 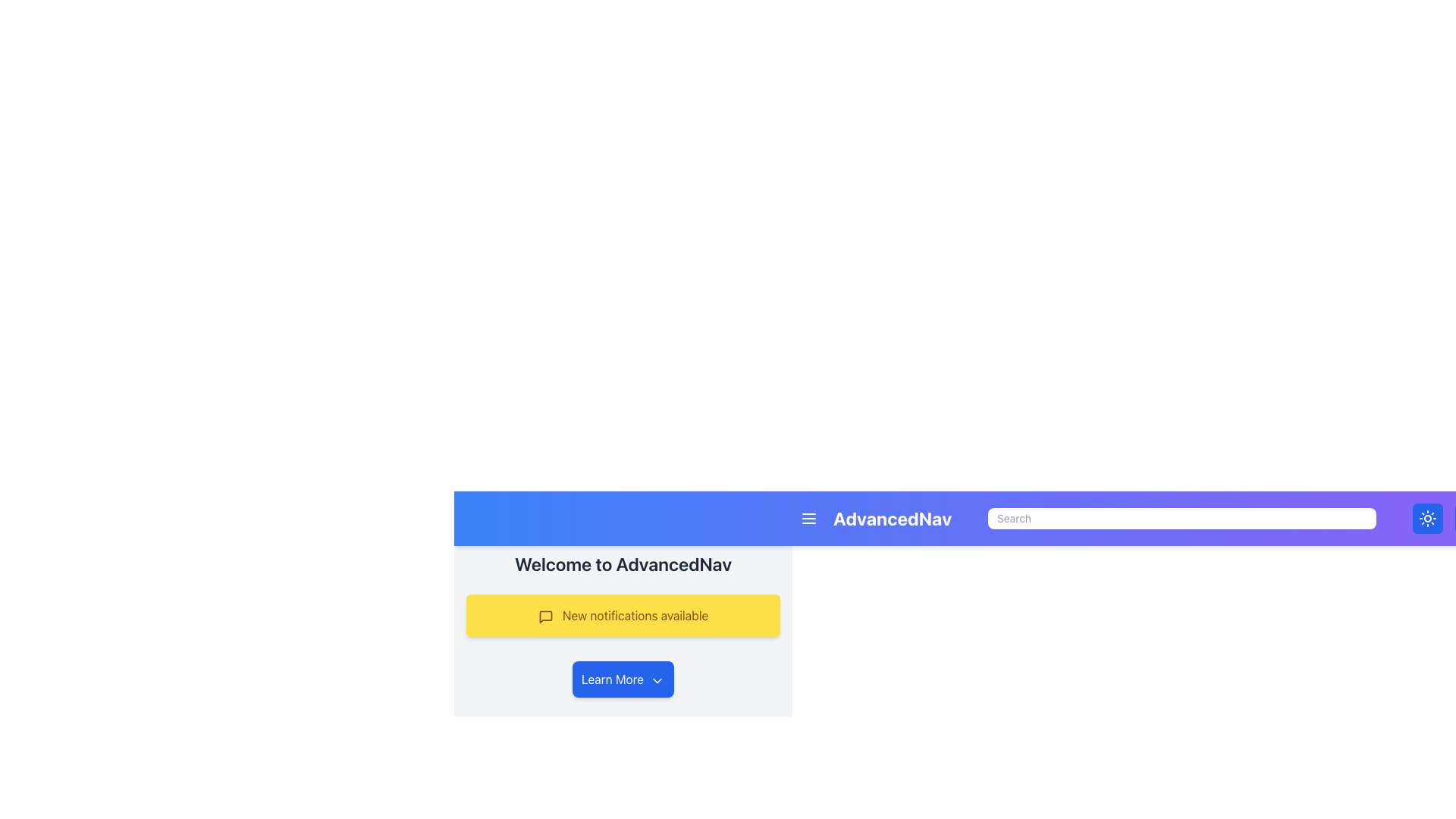 I want to click on the blue 'Learn More' button with a chevron icon, so click(x=623, y=678).